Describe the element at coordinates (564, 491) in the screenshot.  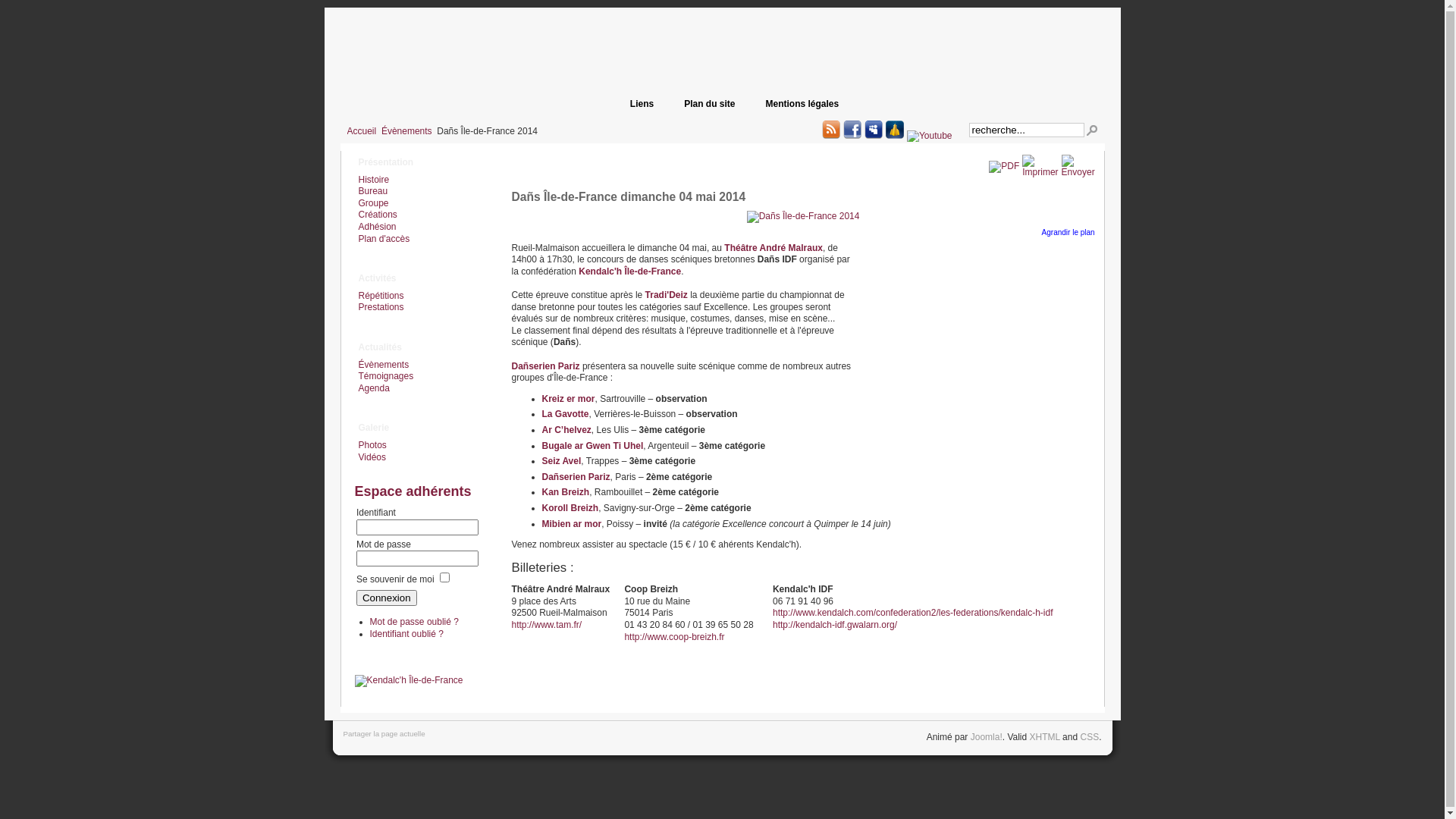
I see `'Kan Breizh'` at that location.